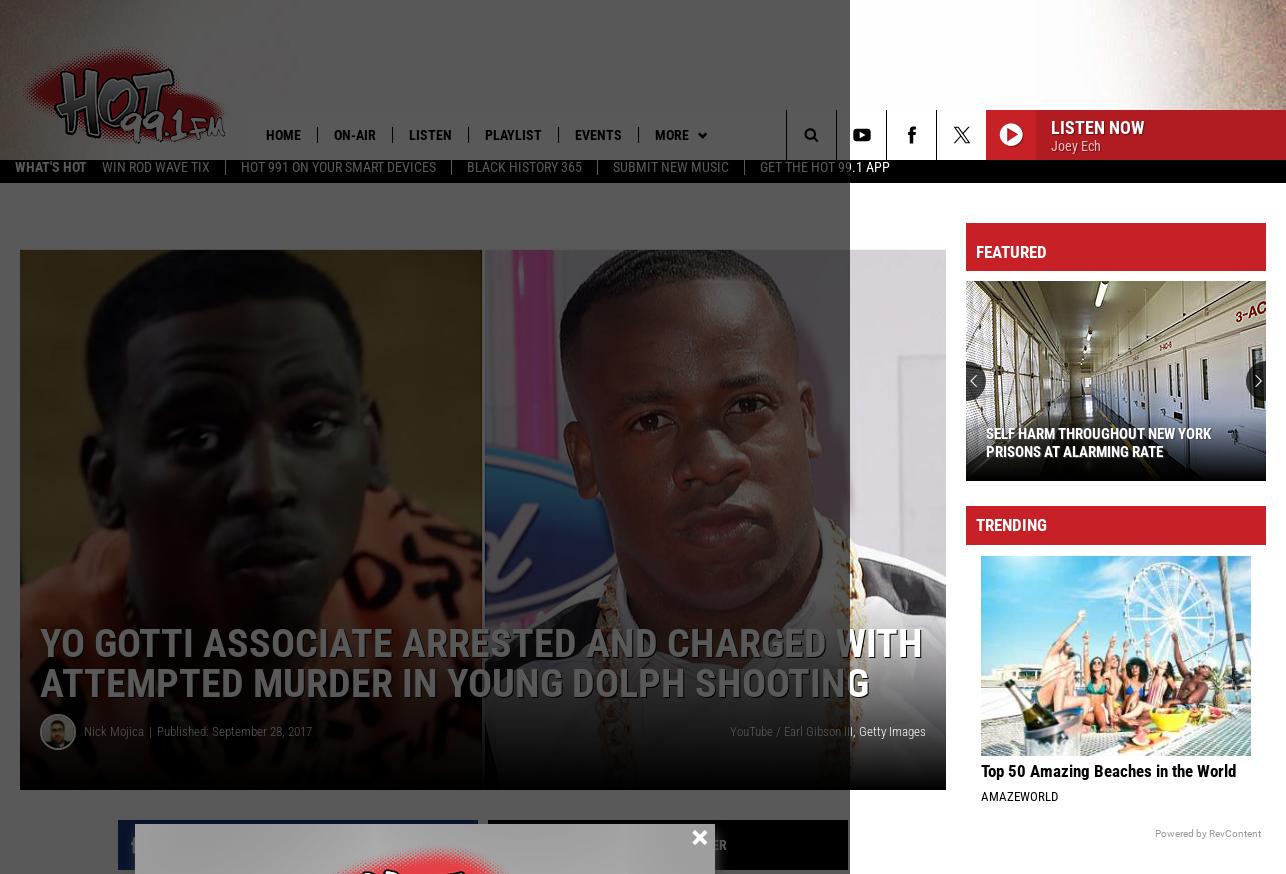 The image size is (1286, 874). What do you see at coordinates (1206, 842) in the screenshot?
I see `'Powered by RevContent'` at bounding box center [1206, 842].